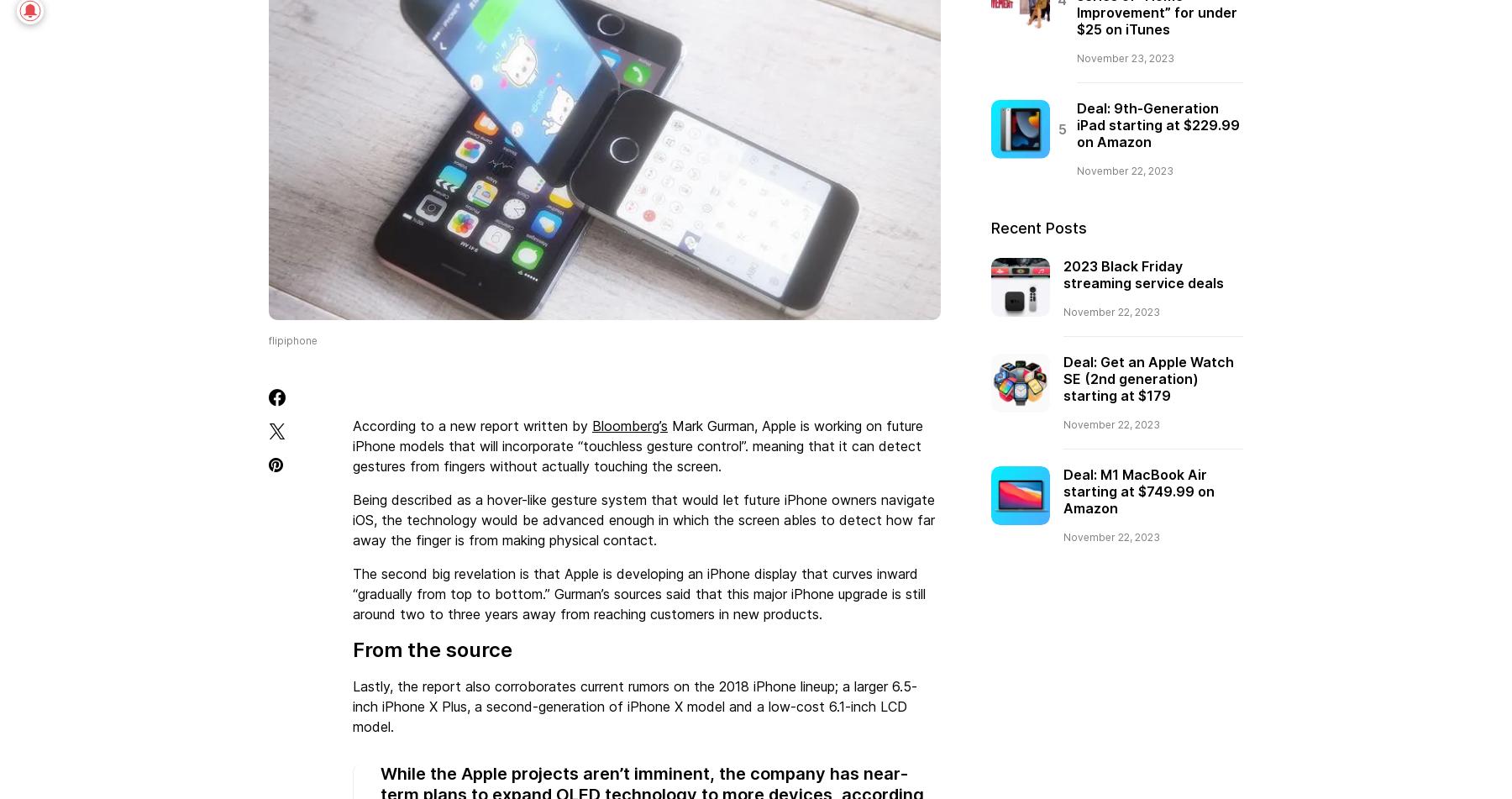 This screenshot has height=799, width=1512. Describe the element at coordinates (431, 648) in the screenshot. I see `'From the source'` at that location.